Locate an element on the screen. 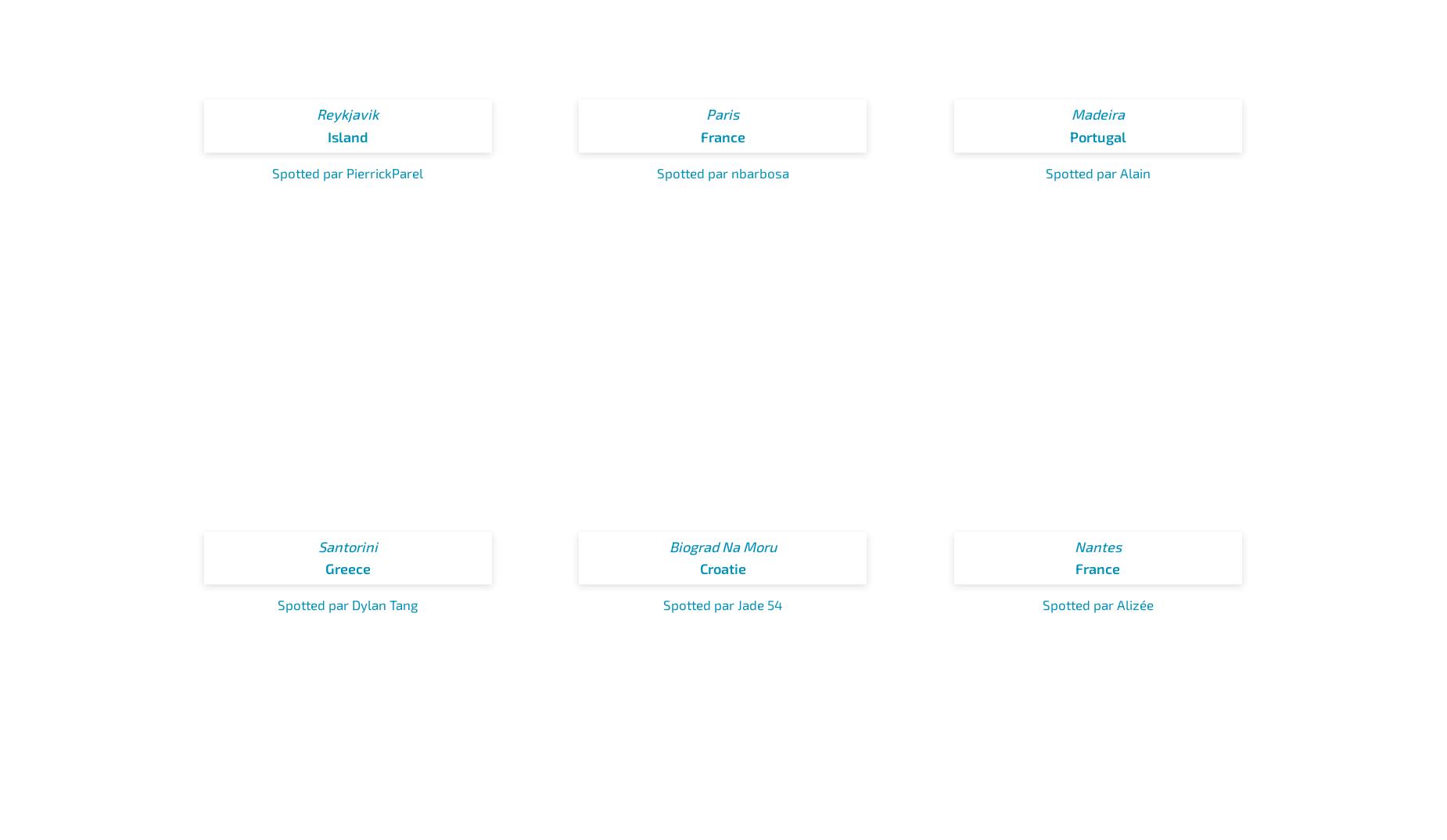  'Spotted par nbarbosa' is located at coordinates (655, 171).